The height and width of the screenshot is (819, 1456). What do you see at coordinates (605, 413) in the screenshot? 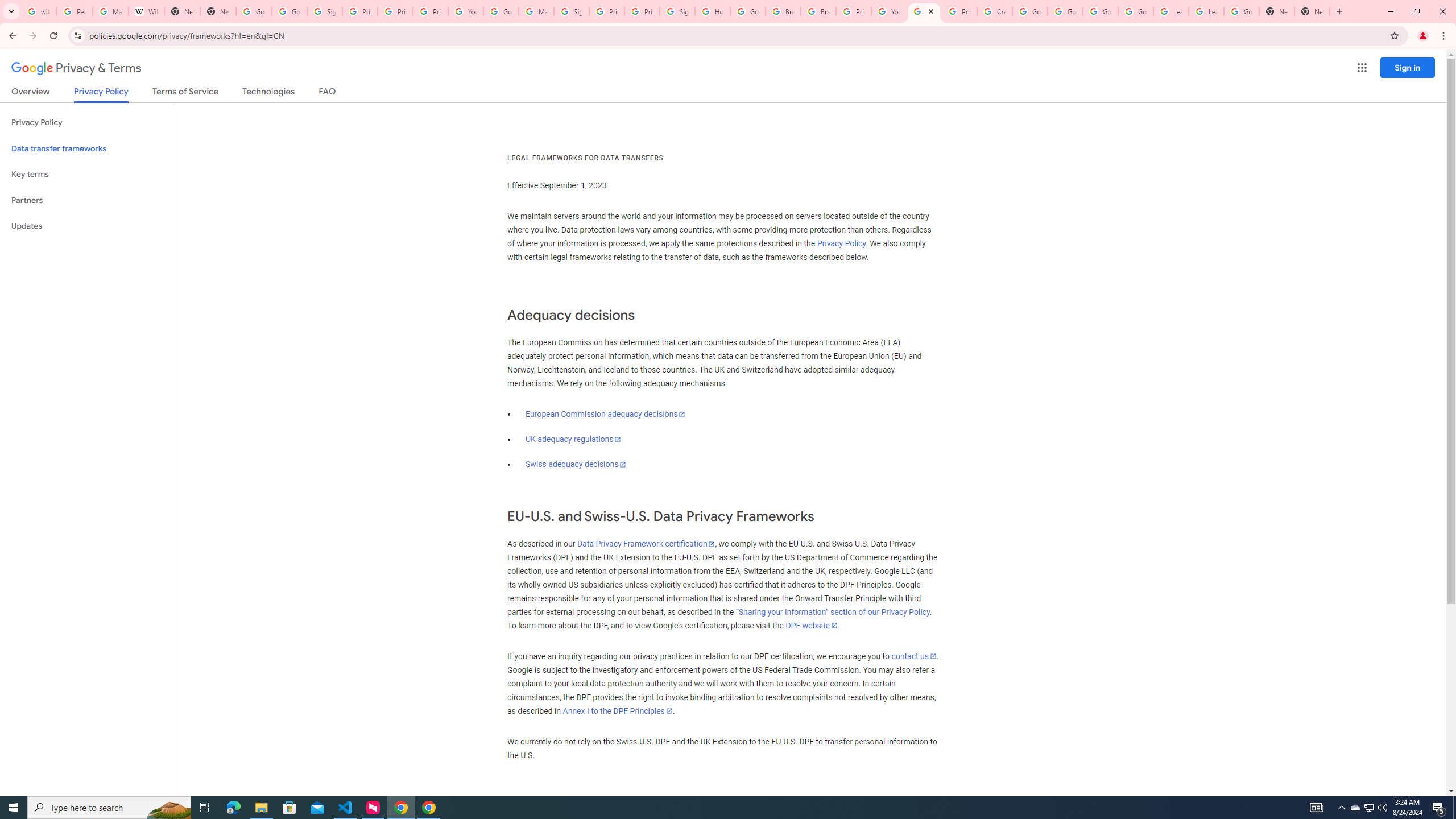
I see `'European Commission adequacy decisions'` at bounding box center [605, 413].